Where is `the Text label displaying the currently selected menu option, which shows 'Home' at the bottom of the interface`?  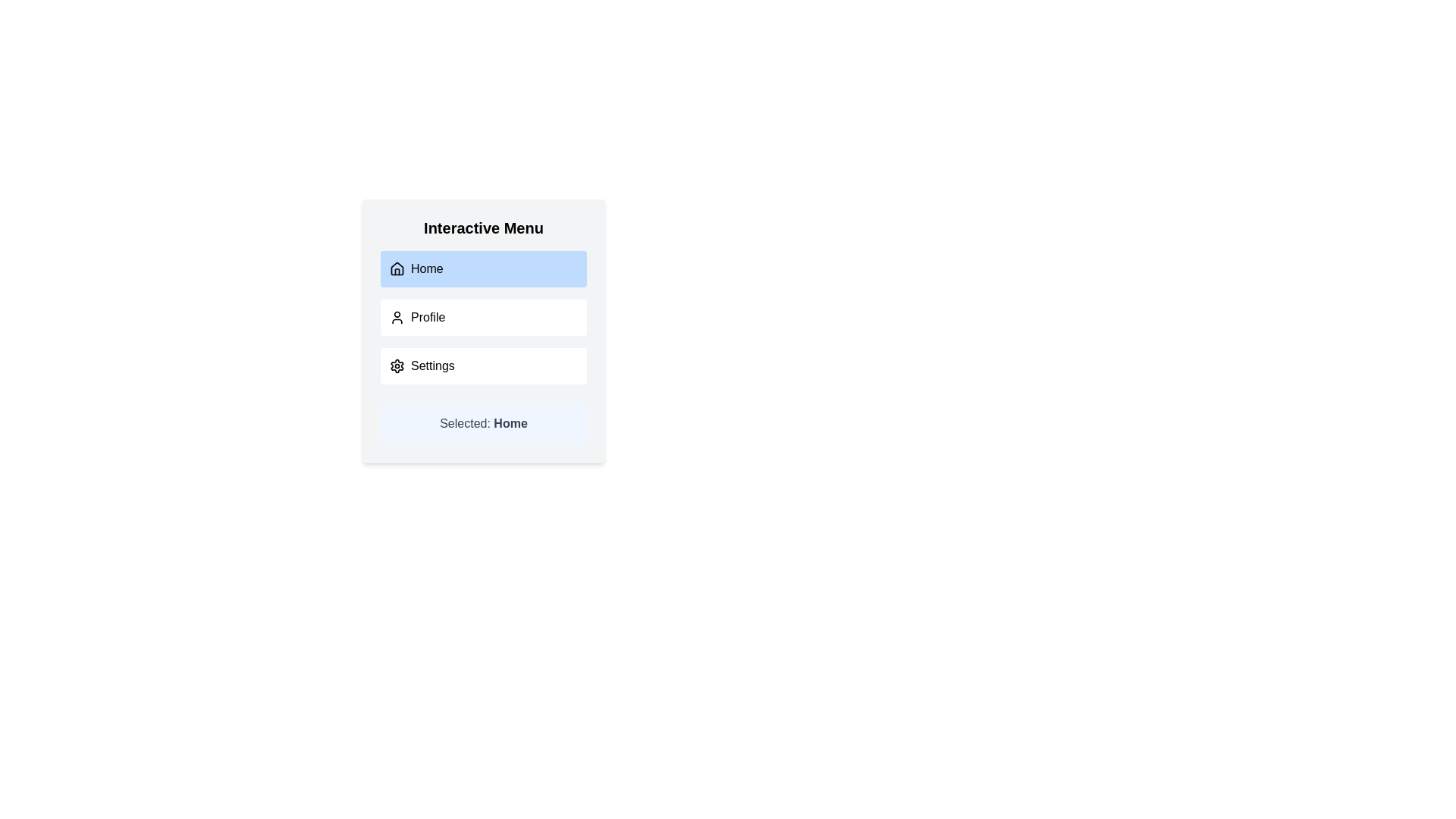 the Text label displaying the currently selected menu option, which shows 'Home' at the bottom of the interface is located at coordinates (510, 423).